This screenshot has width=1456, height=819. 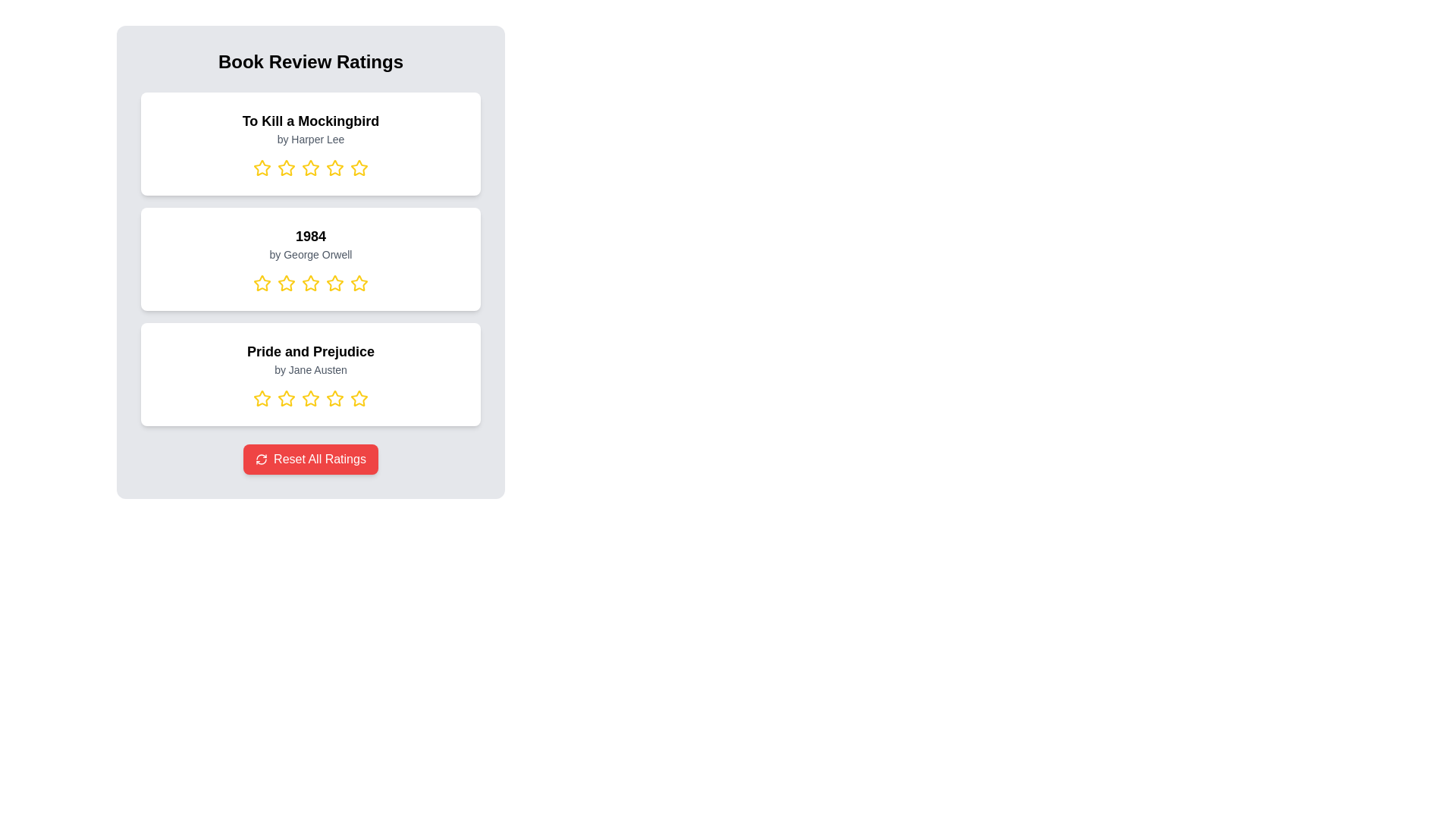 What do you see at coordinates (334, 168) in the screenshot?
I see `the rating for a book by selecting 4 stars for the book titled To Kill a Mockingbird` at bounding box center [334, 168].